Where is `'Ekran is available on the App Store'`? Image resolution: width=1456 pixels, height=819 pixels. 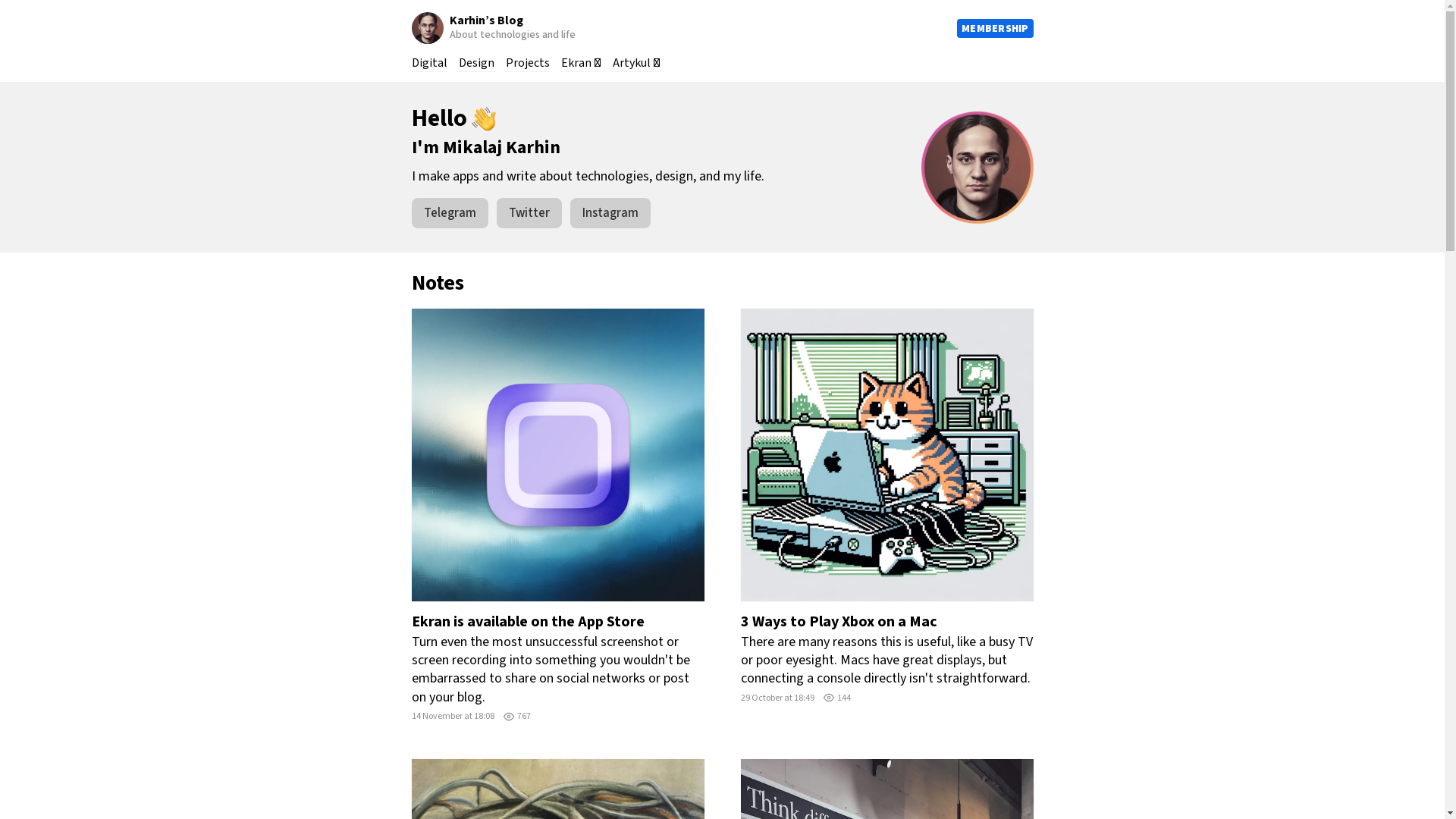 'Ekran is available on the App Store' is located at coordinates (556, 514).